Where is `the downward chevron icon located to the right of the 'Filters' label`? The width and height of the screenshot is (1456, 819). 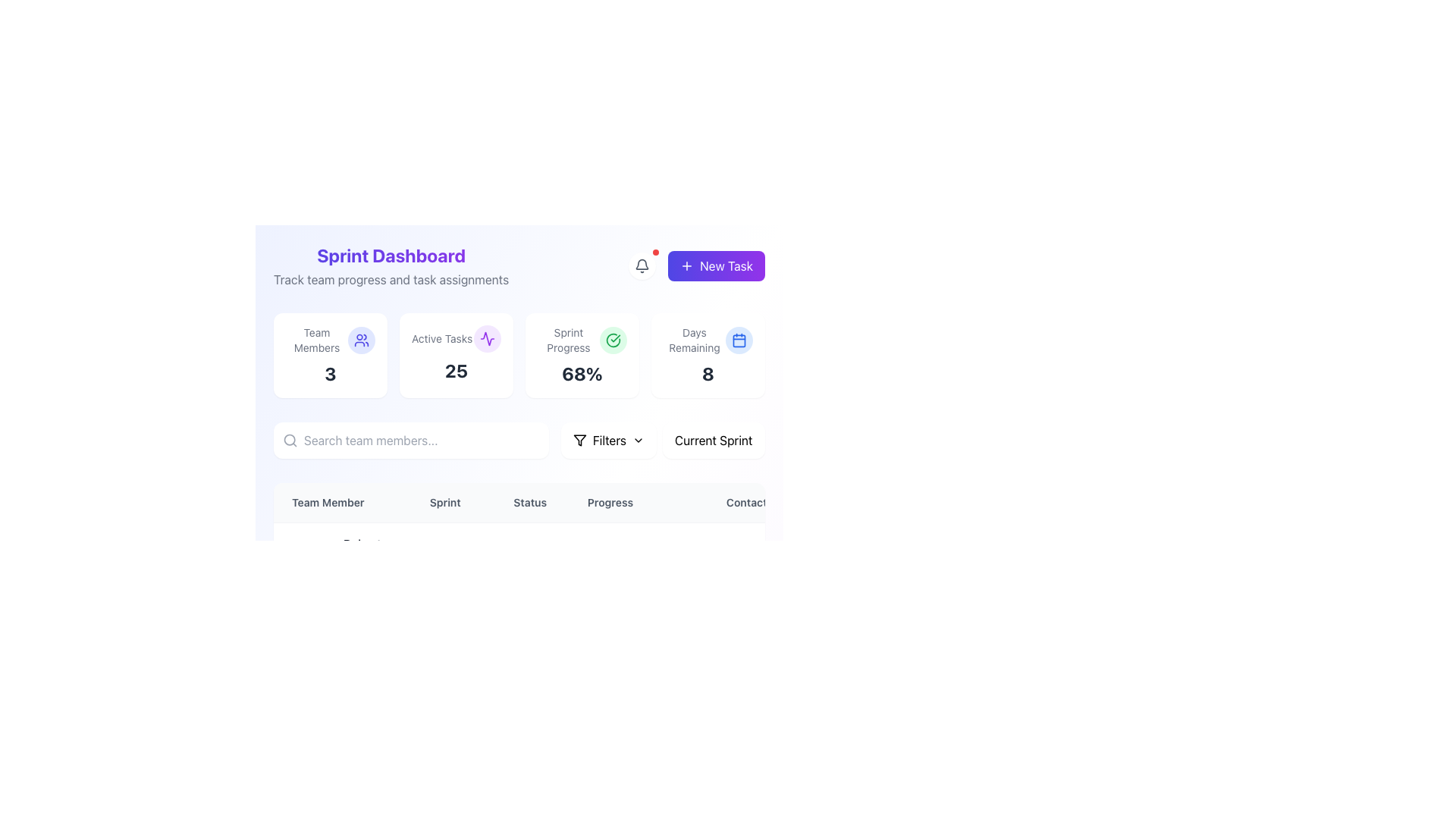
the downward chevron icon located to the right of the 'Filters' label is located at coordinates (638, 441).